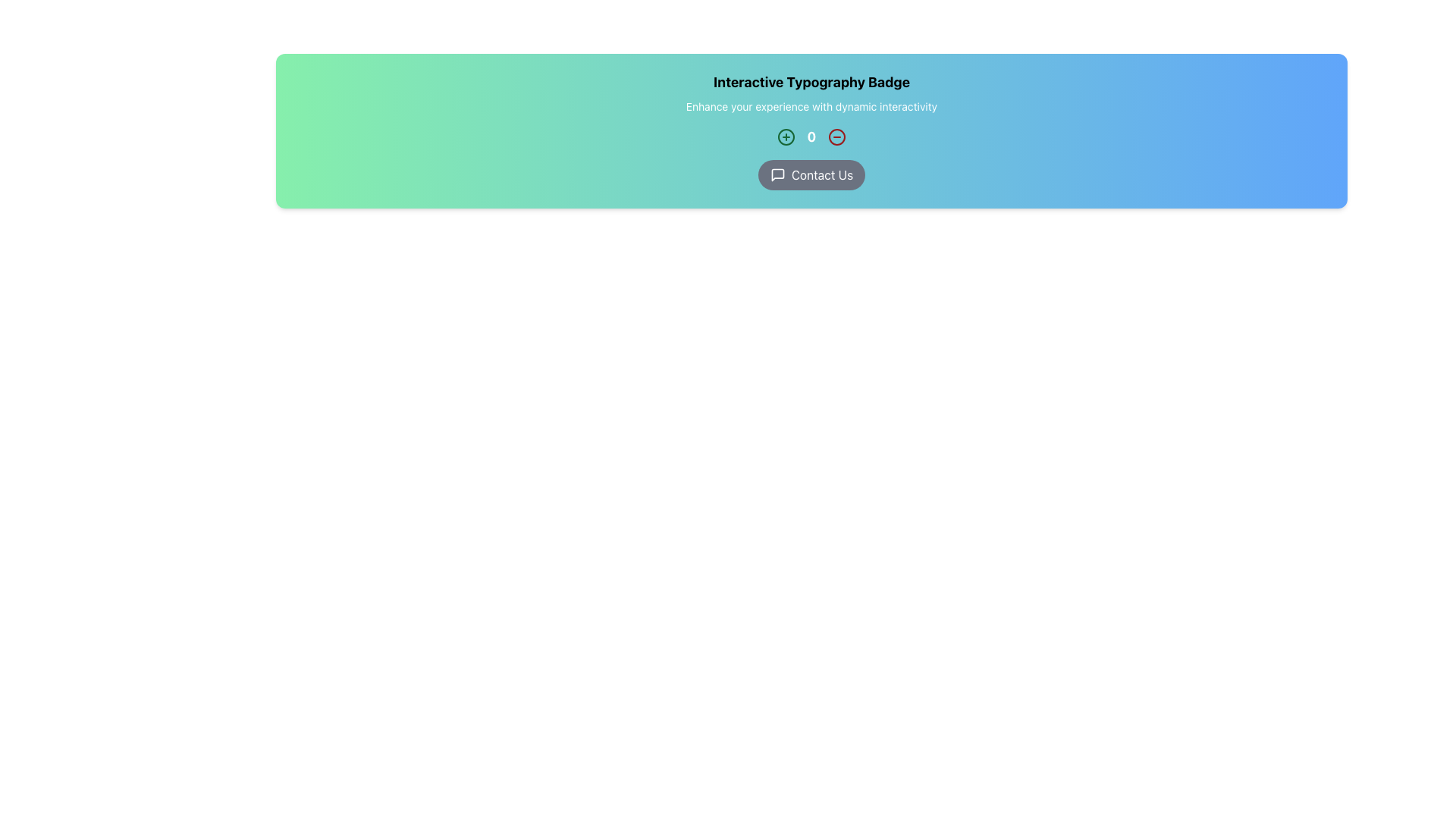  Describe the element at coordinates (777, 174) in the screenshot. I see `the SVG icon resembling a speech bubble located to the left of the 'Contact Us' text label within the gray button` at that location.